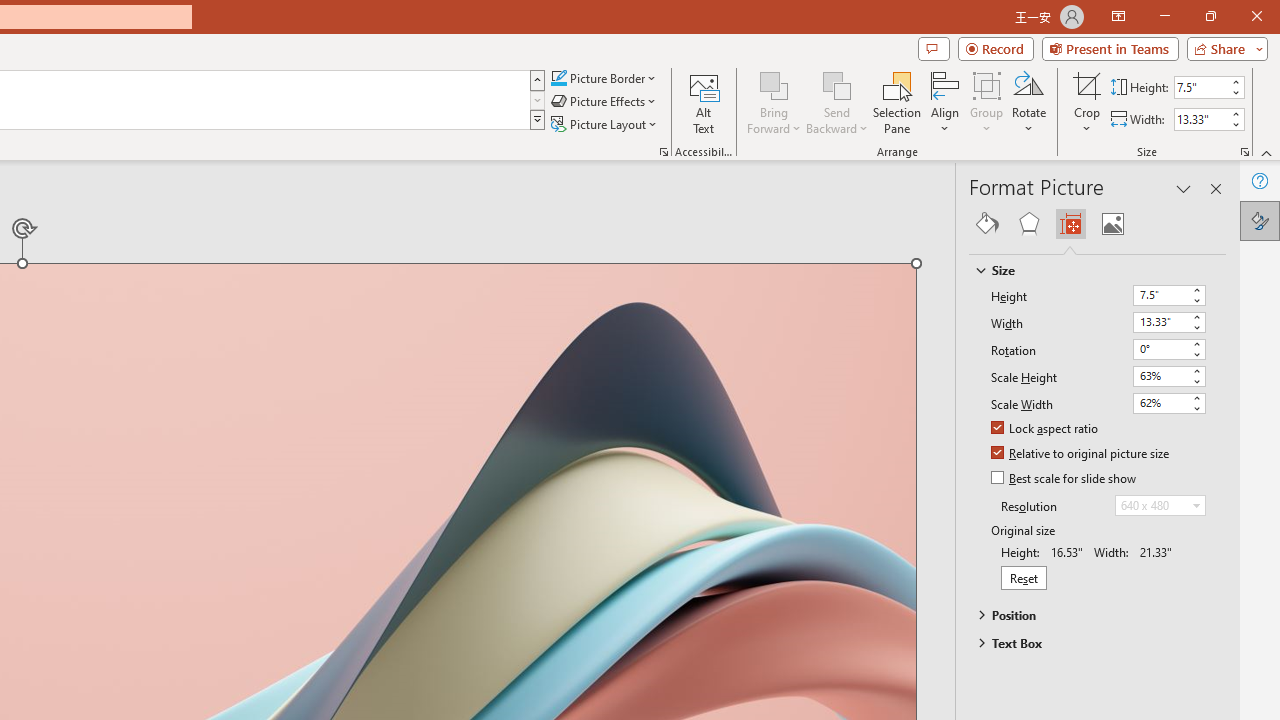  What do you see at coordinates (1160, 402) in the screenshot?
I see `'Scale Width'` at bounding box center [1160, 402].